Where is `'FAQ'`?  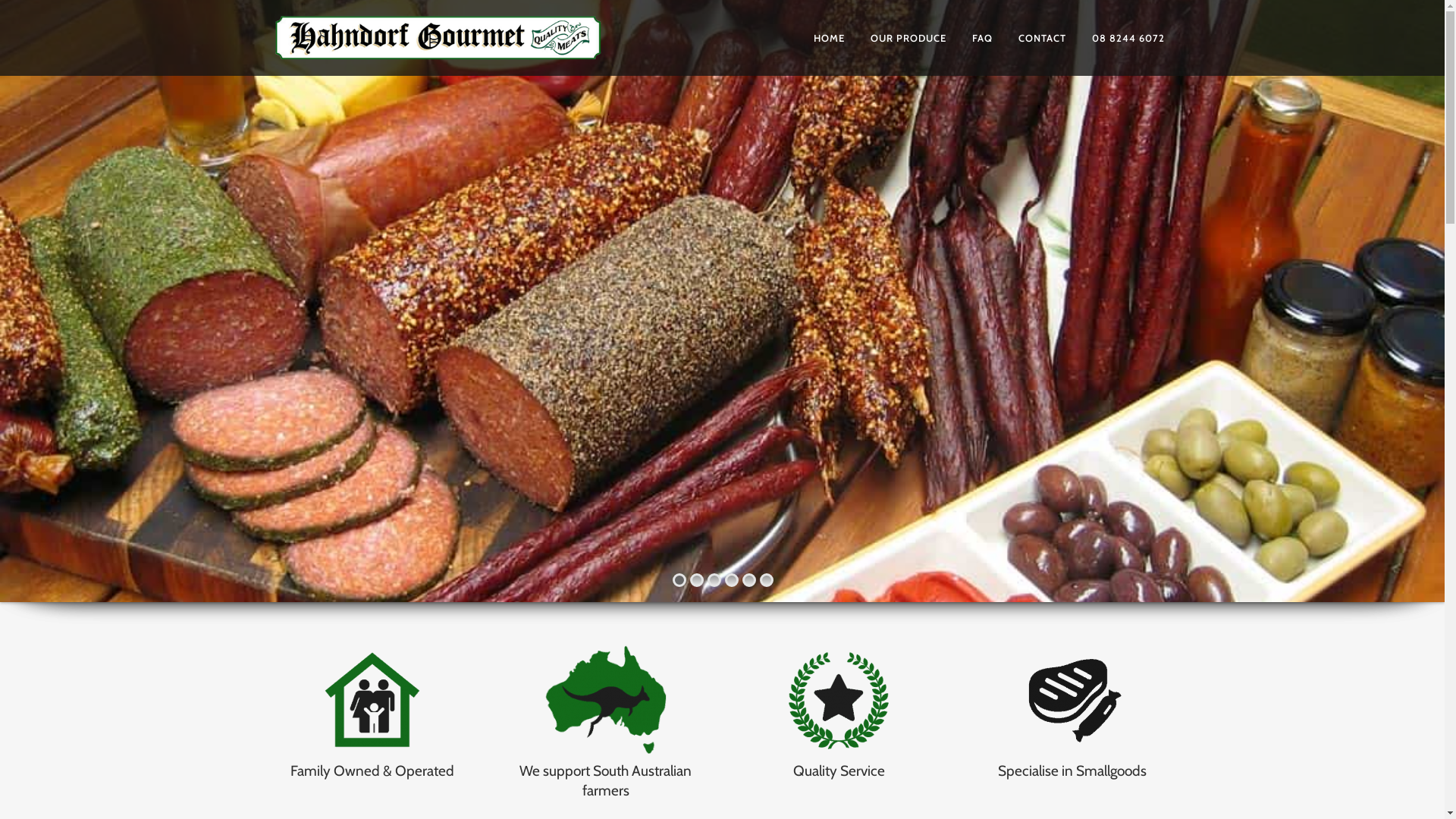 'FAQ' is located at coordinates (981, 37).